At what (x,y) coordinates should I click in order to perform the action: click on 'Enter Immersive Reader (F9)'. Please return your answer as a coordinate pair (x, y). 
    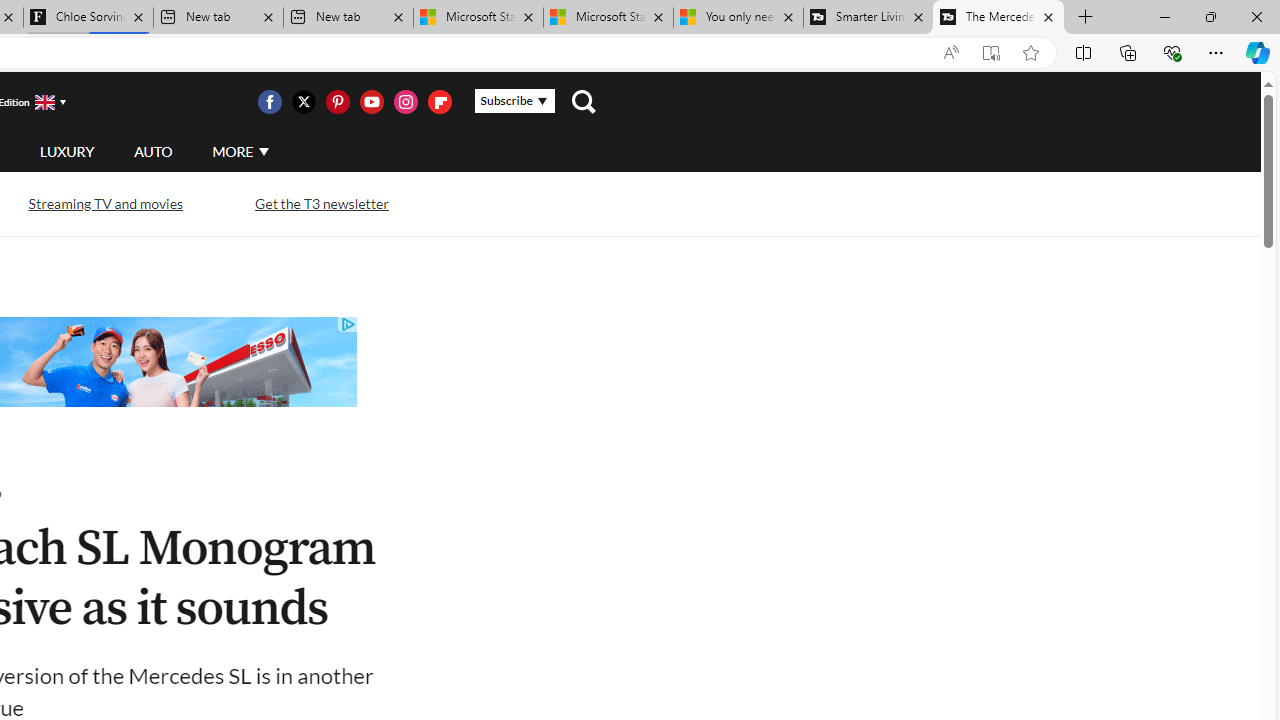
    Looking at the image, I should click on (991, 52).